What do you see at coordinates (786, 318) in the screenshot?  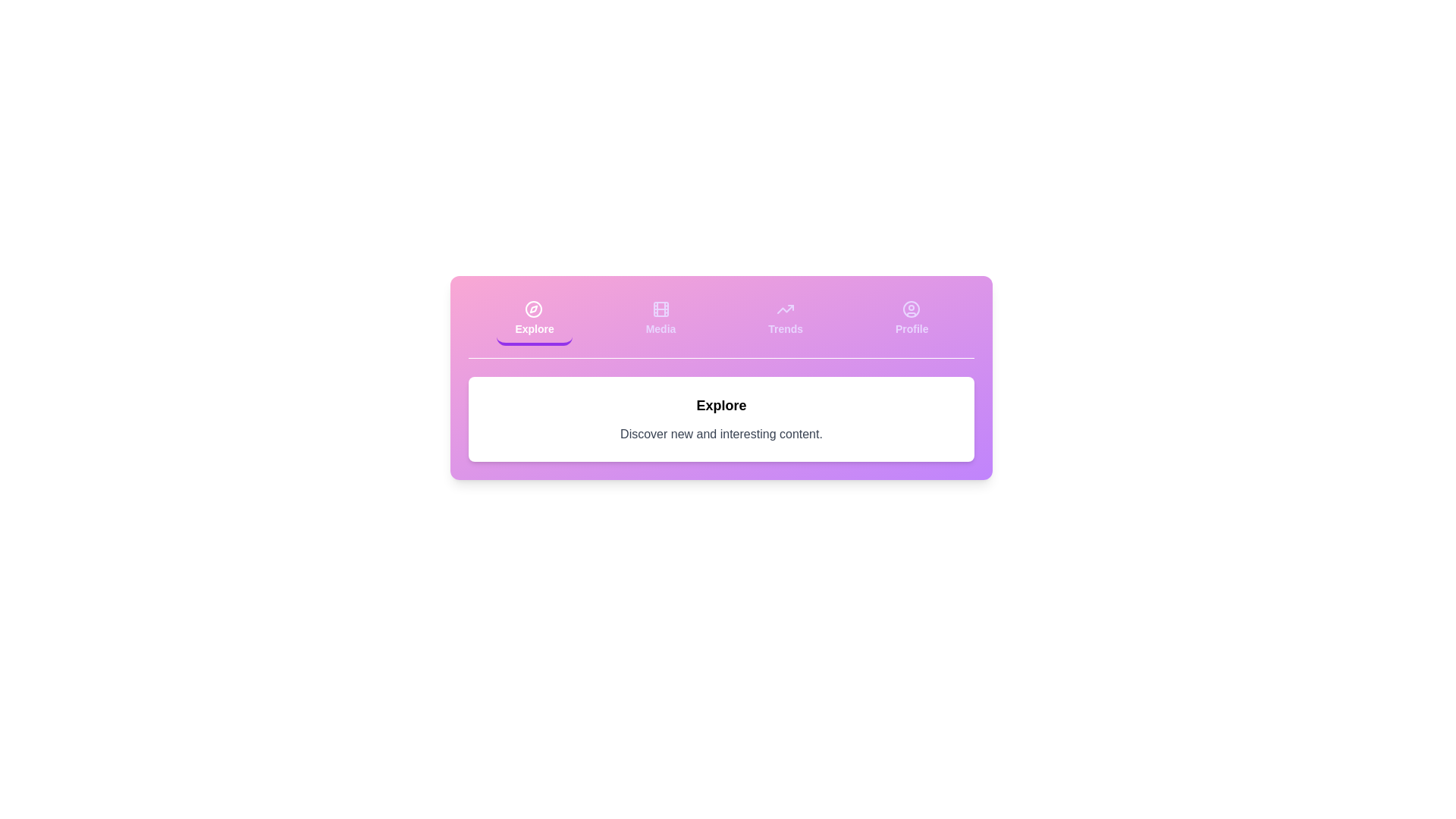 I see `the tab button labeled Trends to switch to the corresponding tab` at bounding box center [786, 318].